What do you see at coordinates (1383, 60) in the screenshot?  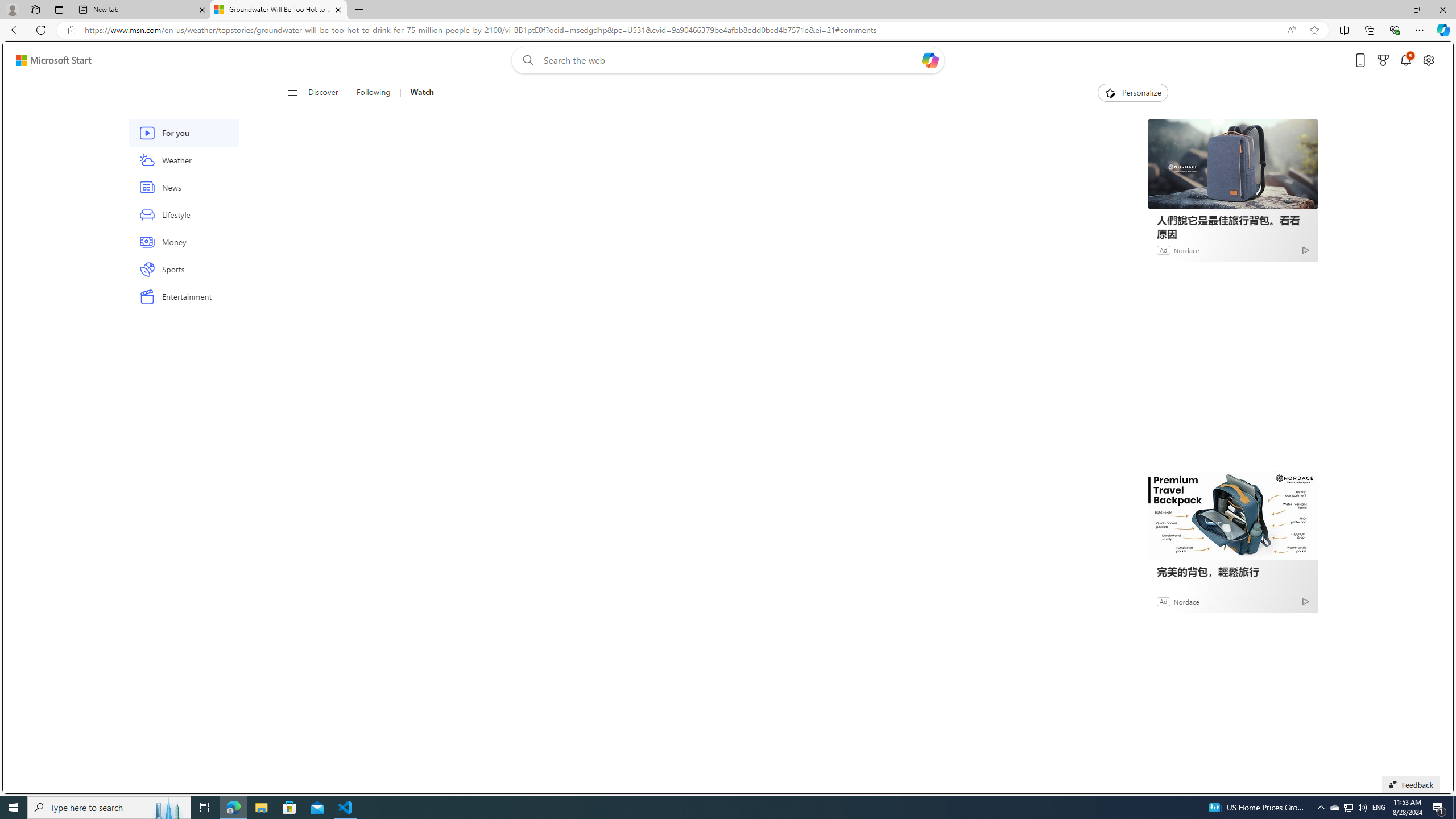 I see `'Microsoft rewards'` at bounding box center [1383, 60].